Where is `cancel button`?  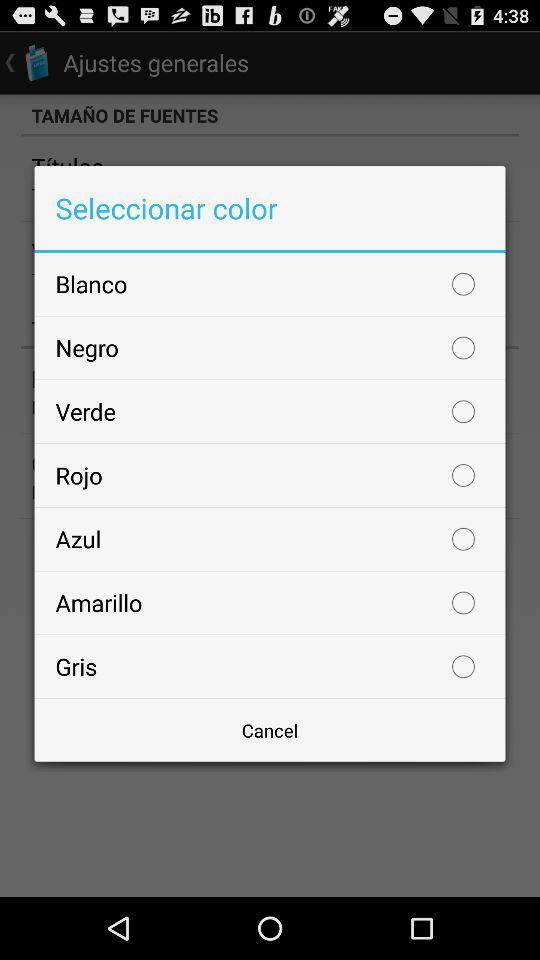 cancel button is located at coordinates (270, 729).